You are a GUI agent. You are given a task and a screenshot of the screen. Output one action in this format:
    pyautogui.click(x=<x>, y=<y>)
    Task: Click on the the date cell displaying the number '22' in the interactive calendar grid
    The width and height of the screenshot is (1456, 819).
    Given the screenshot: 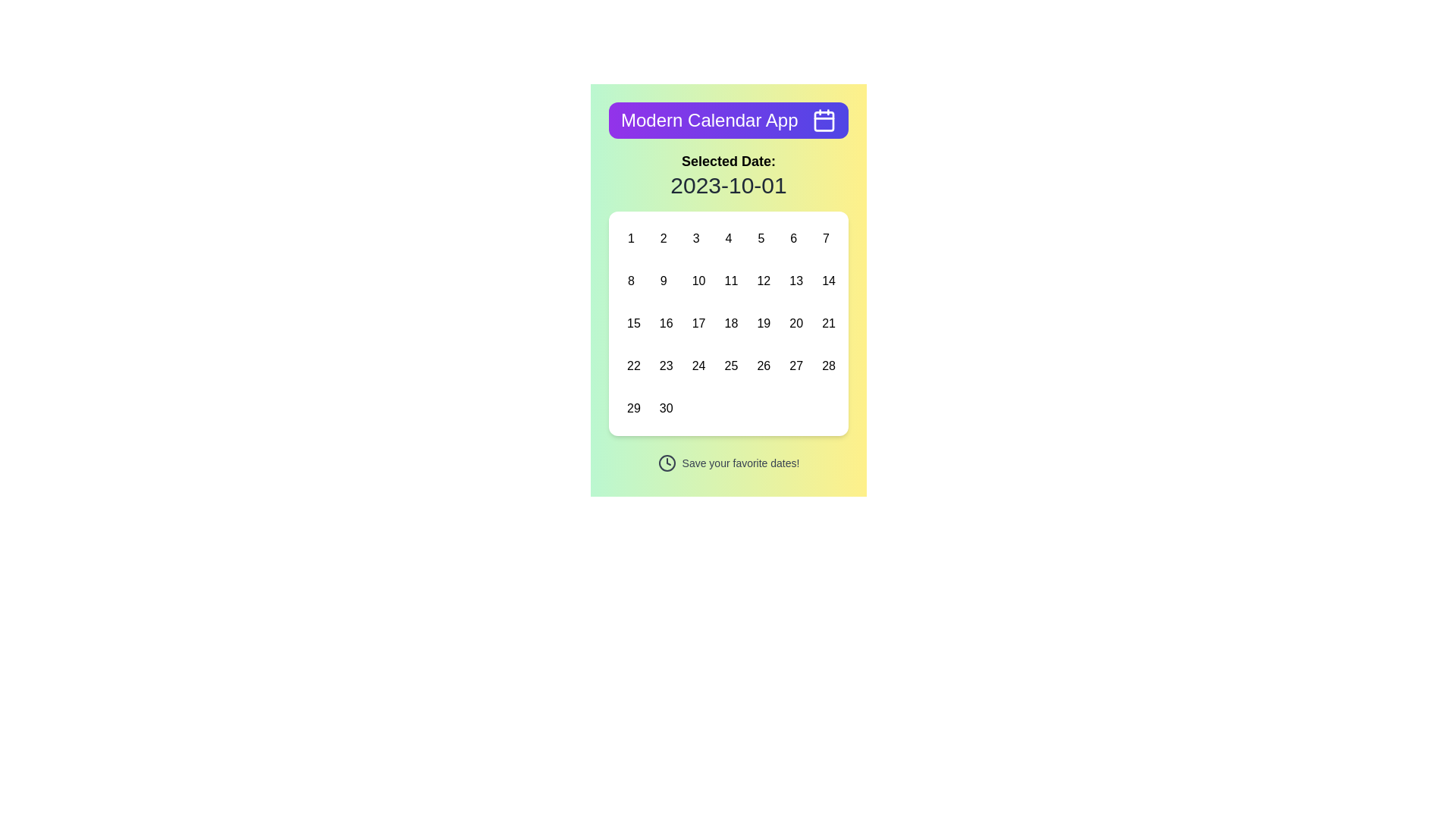 What is the action you would take?
    pyautogui.click(x=631, y=366)
    